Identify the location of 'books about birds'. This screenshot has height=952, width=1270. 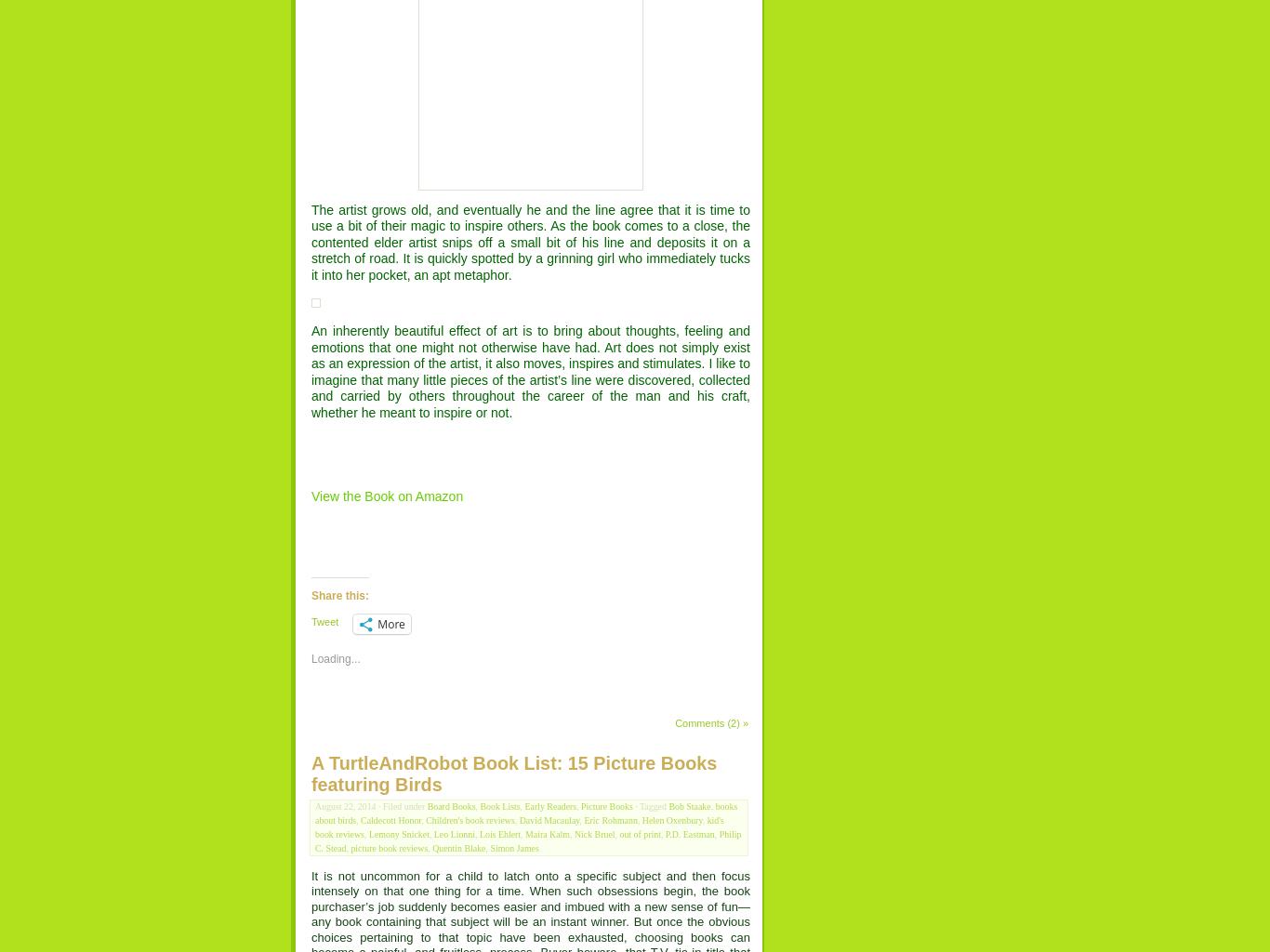
(315, 813).